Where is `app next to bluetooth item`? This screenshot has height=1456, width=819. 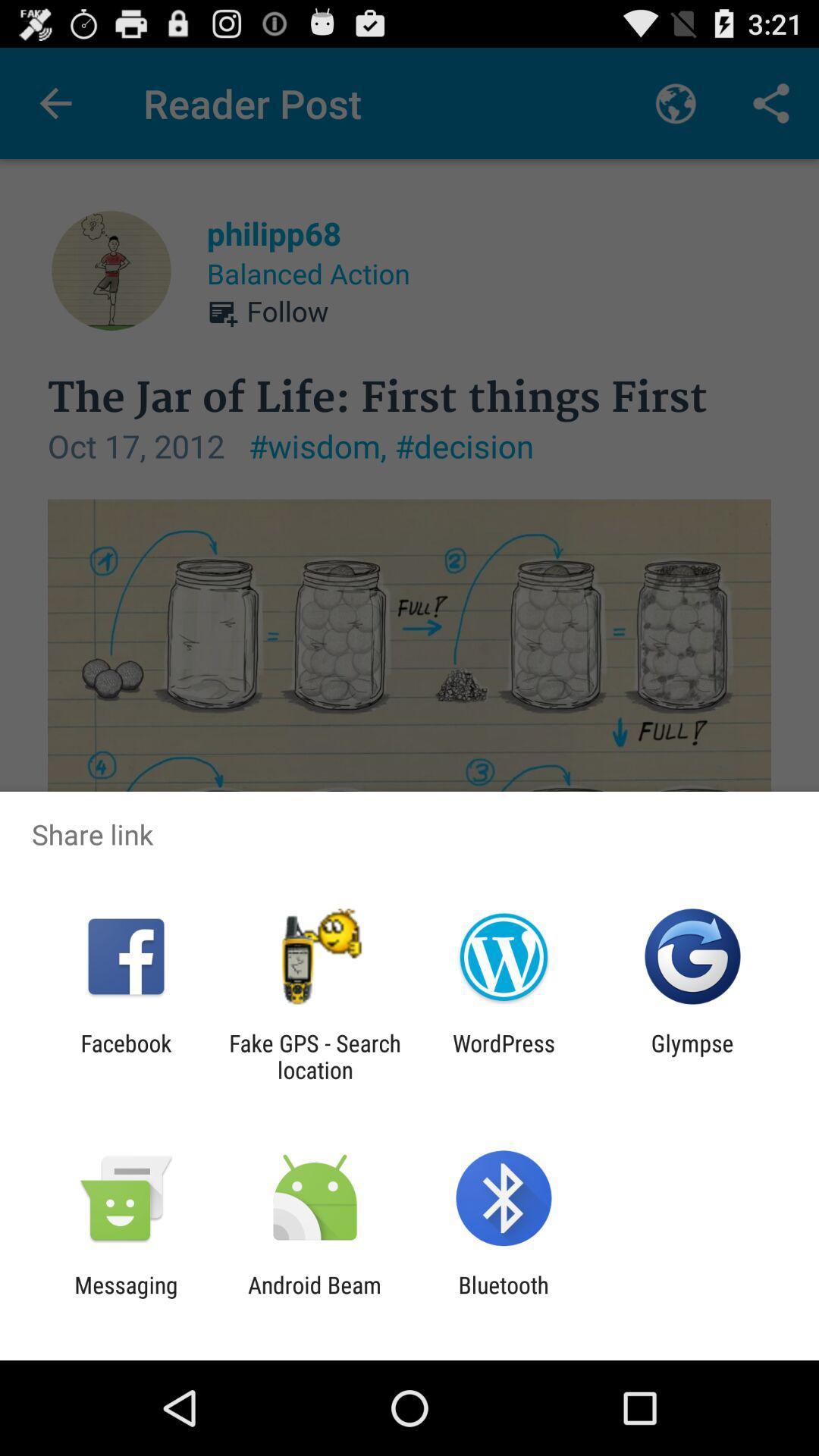
app next to bluetooth item is located at coordinates (314, 1298).